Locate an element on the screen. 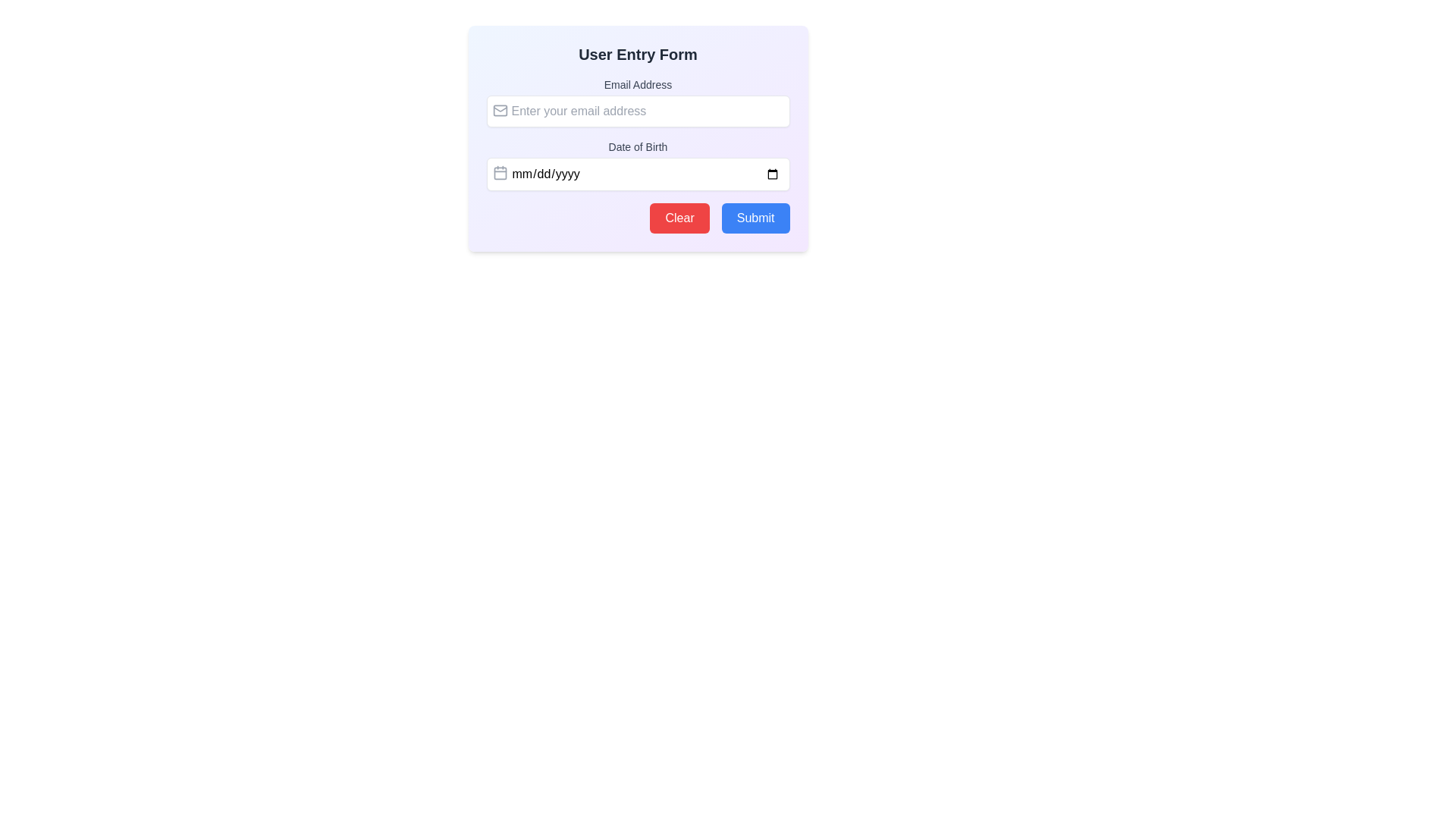  the text label that guides the user to input their date of birth, which is positioned above the corresponding input field in the center of the form is located at coordinates (638, 146).